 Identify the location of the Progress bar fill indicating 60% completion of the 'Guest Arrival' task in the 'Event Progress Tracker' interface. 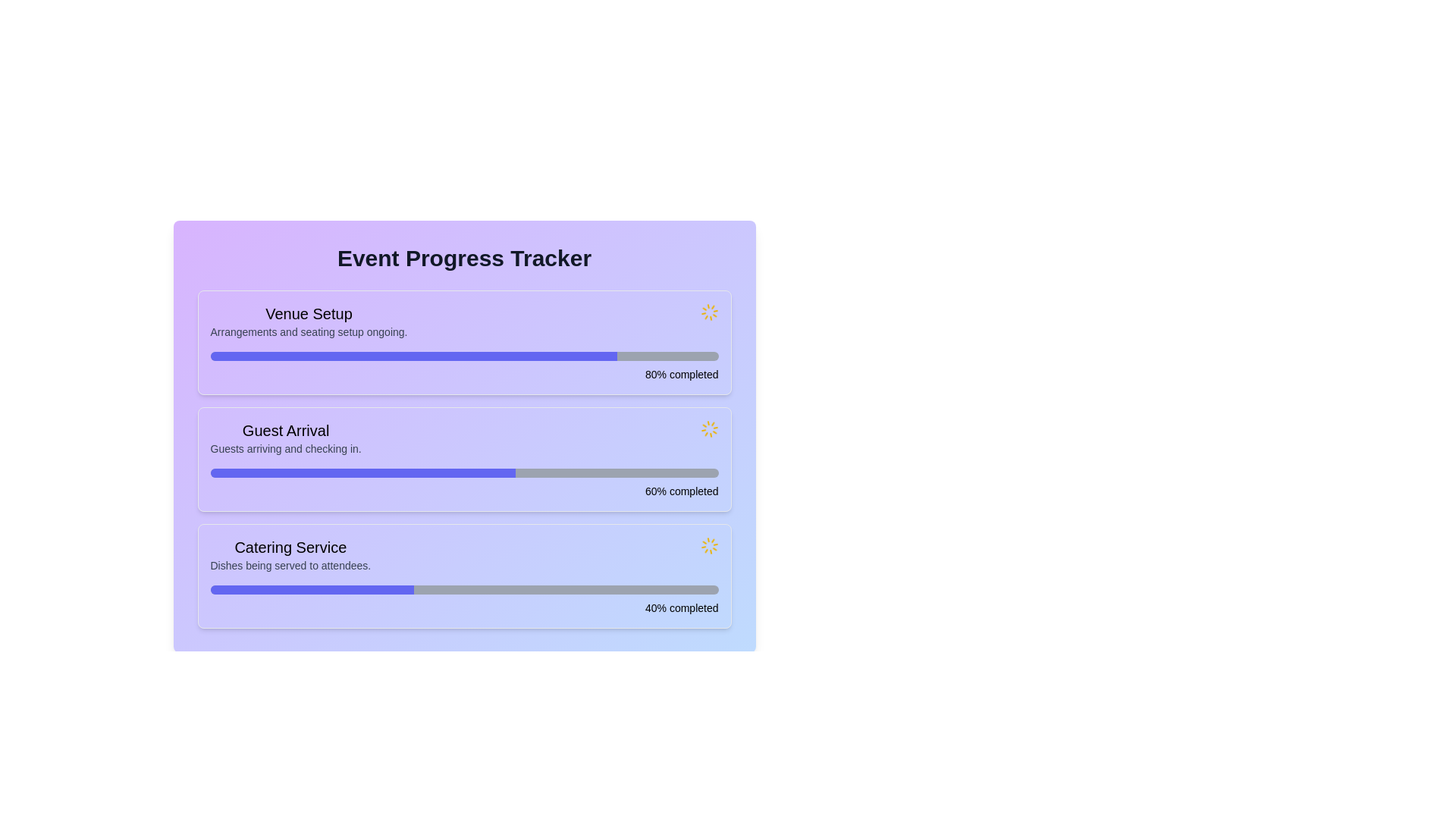
(362, 472).